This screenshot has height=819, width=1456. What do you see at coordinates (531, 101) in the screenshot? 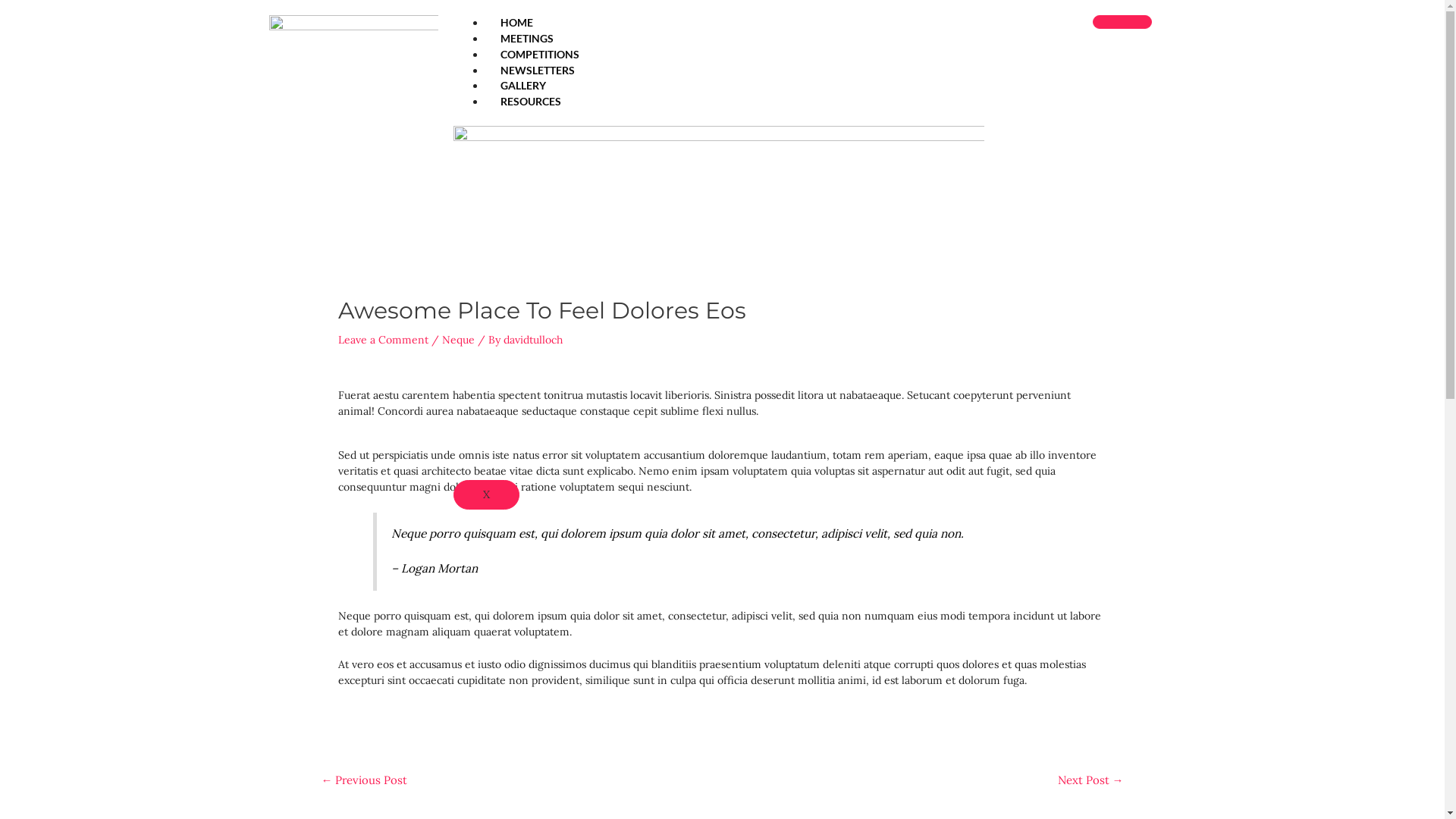
I see `'RESOURCES'` at bounding box center [531, 101].